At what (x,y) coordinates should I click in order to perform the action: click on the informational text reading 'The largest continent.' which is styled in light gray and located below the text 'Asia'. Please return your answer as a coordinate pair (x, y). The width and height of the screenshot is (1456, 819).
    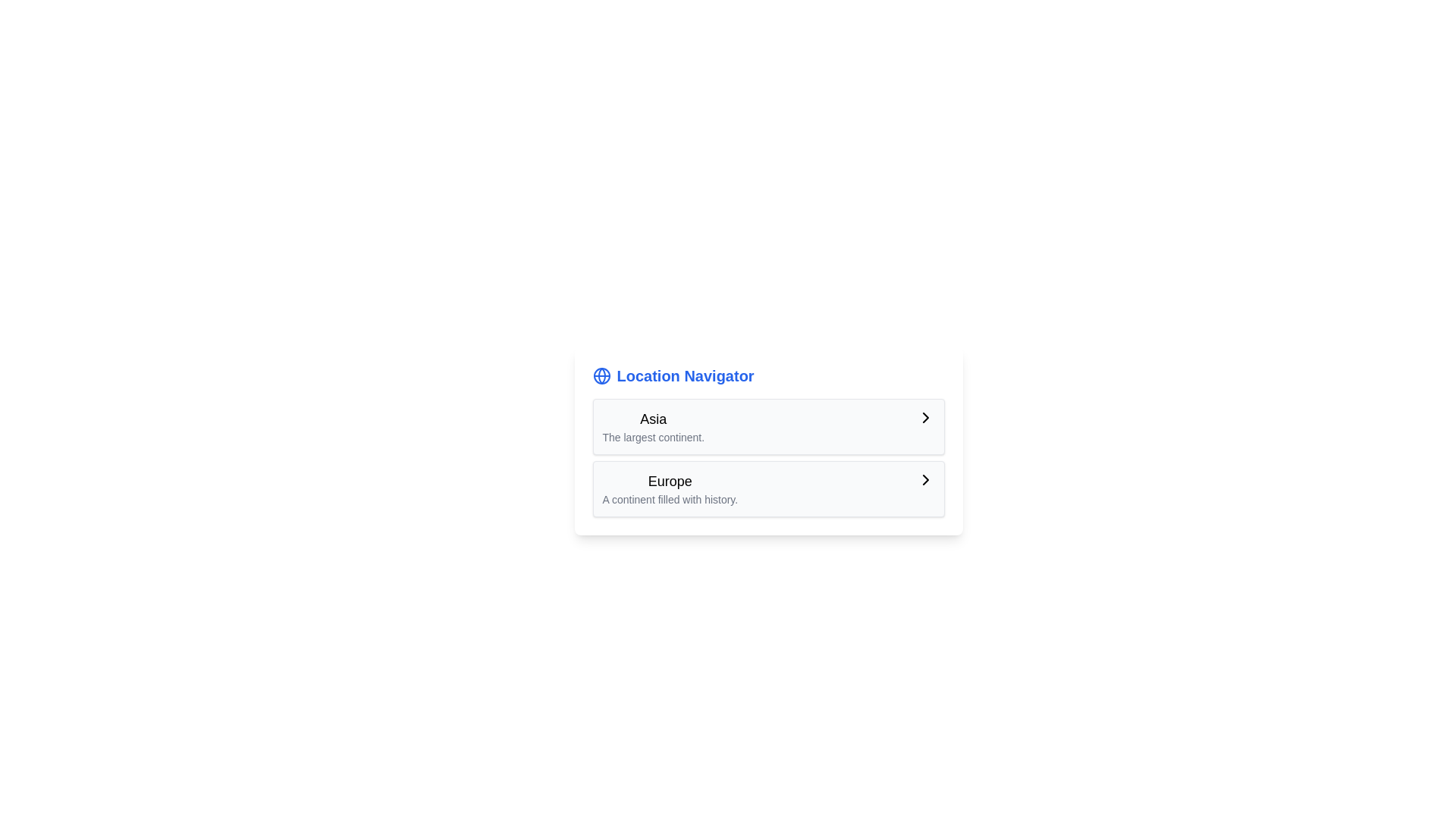
    Looking at the image, I should click on (653, 438).